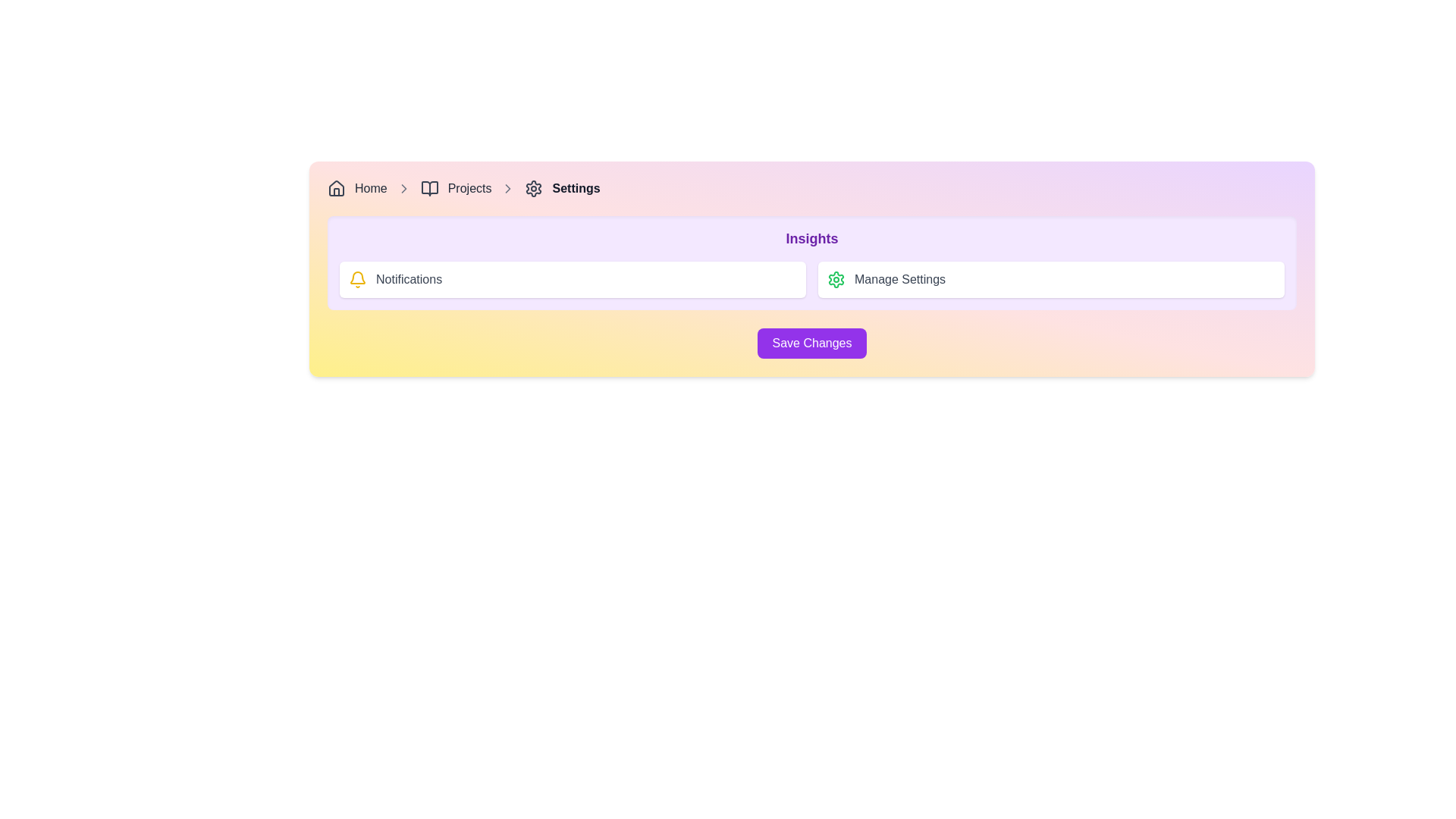 This screenshot has width=1456, height=819. I want to click on the house icon in the breadcrumb navigation bar located at the top-left corner of the interface, so click(336, 187).